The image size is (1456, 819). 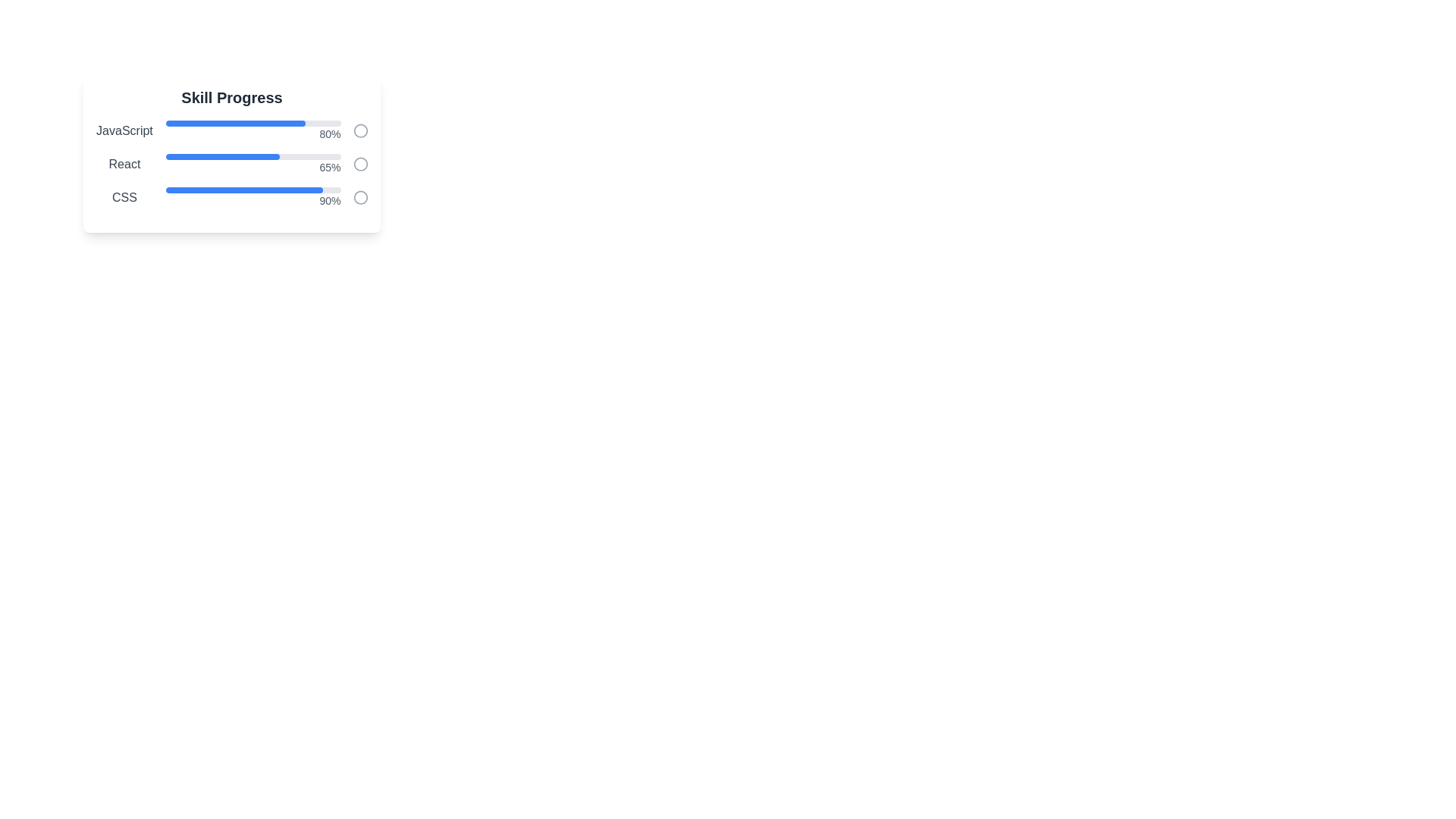 I want to click on the Text Label that identifies the 'JavaScript' skills progress, which is located at the top-left section of the 'Skill Progress' box, so click(x=124, y=130).